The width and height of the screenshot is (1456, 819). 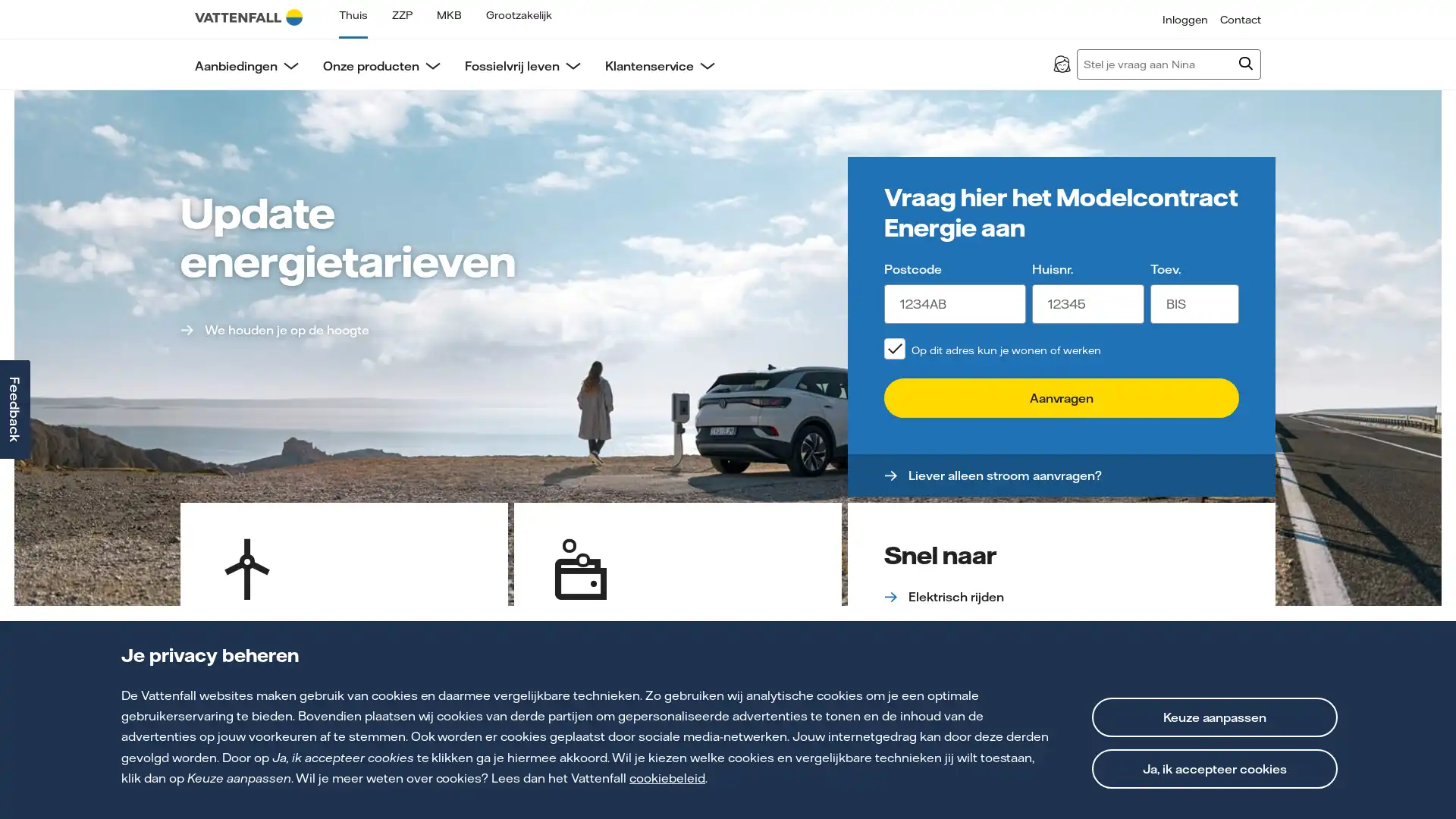 I want to click on Aanvragen, so click(x=1061, y=397).